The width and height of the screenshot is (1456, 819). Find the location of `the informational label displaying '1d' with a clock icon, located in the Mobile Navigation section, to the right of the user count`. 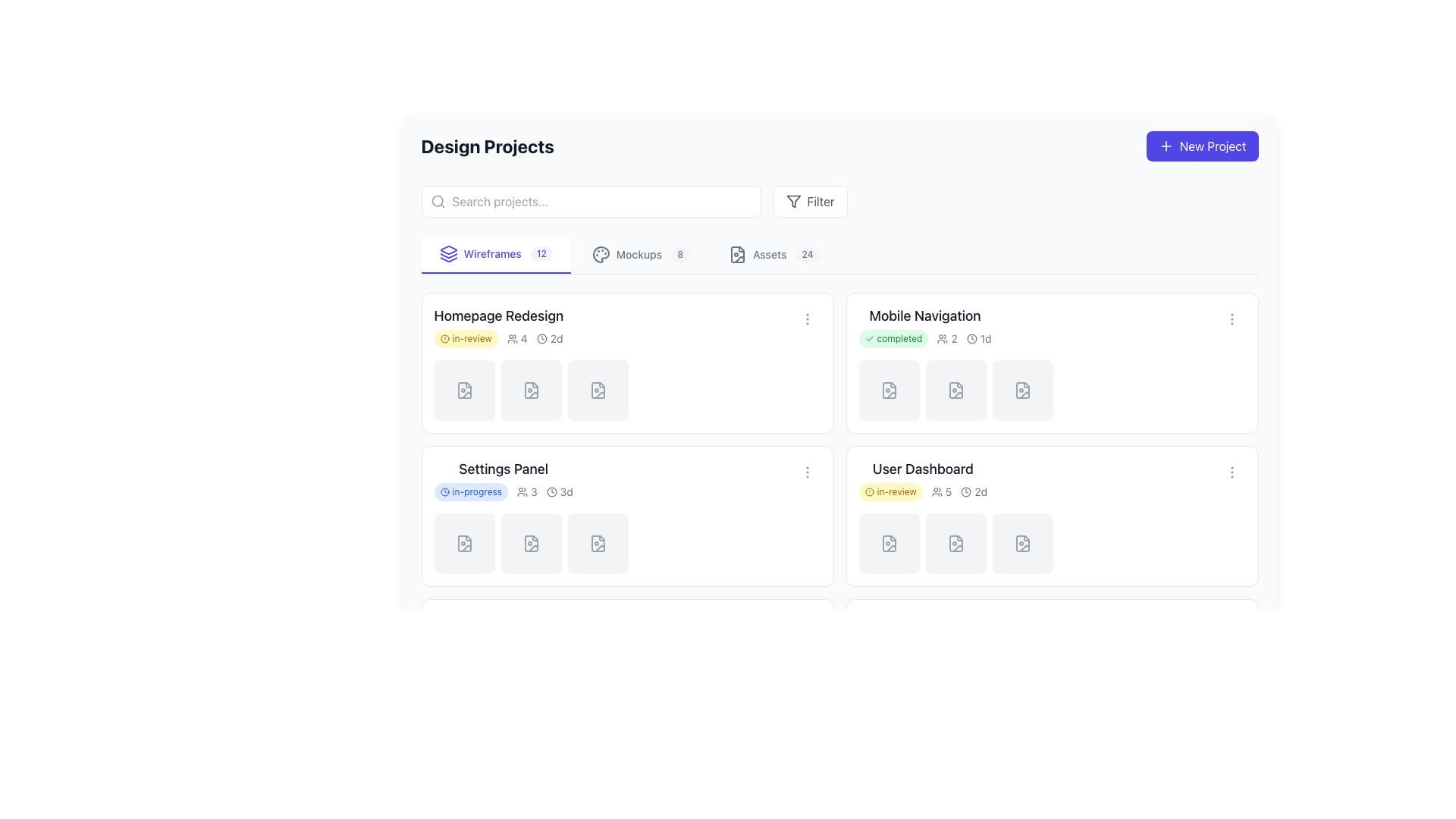

the informational label displaying '1d' with a clock icon, located in the Mobile Navigation section, to the right of the user count is located at coordinates (979, 338).